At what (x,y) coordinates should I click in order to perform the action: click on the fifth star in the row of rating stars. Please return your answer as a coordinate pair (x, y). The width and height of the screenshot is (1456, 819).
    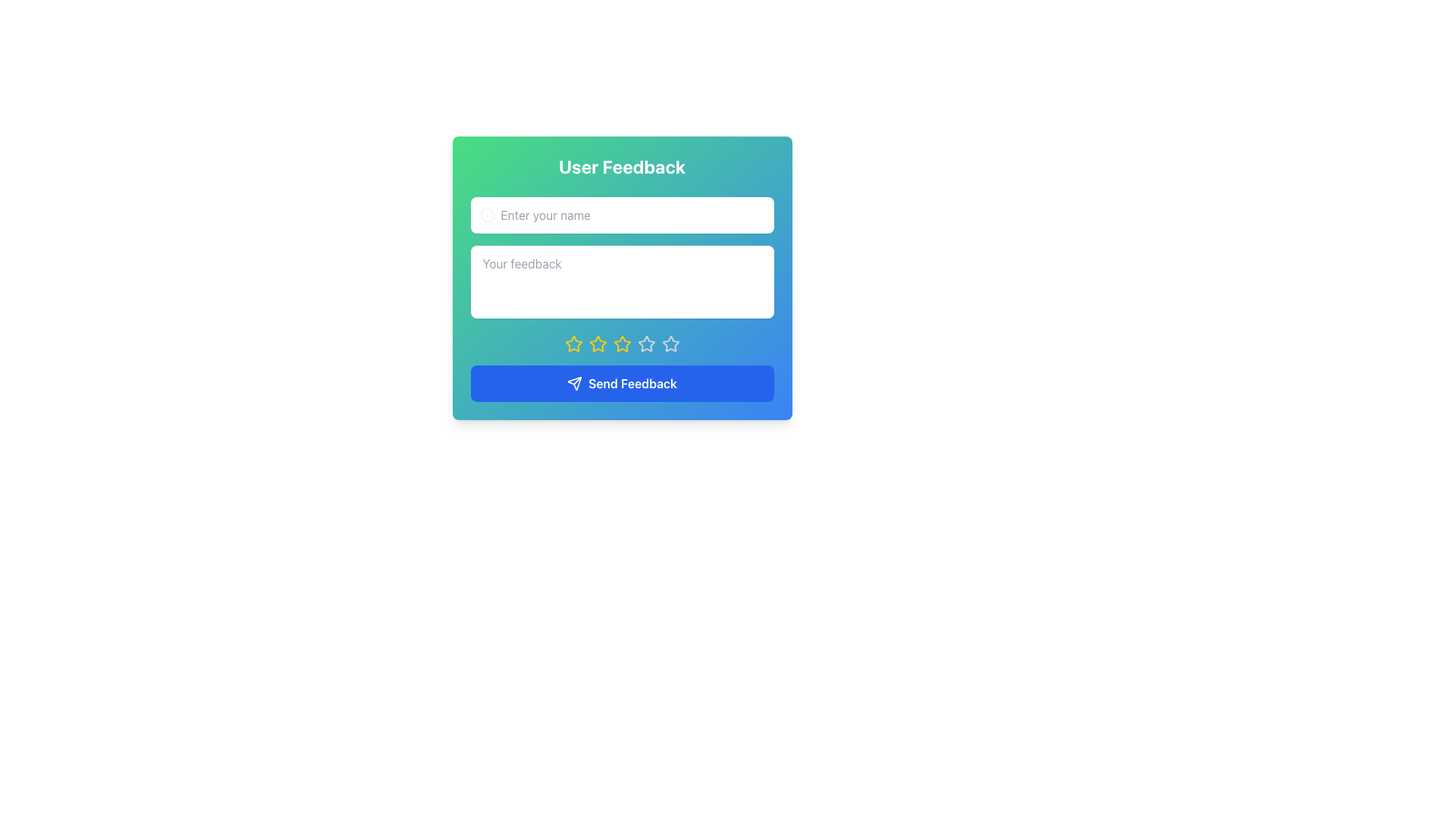
    Looking at the image, I should click on (670, 344).